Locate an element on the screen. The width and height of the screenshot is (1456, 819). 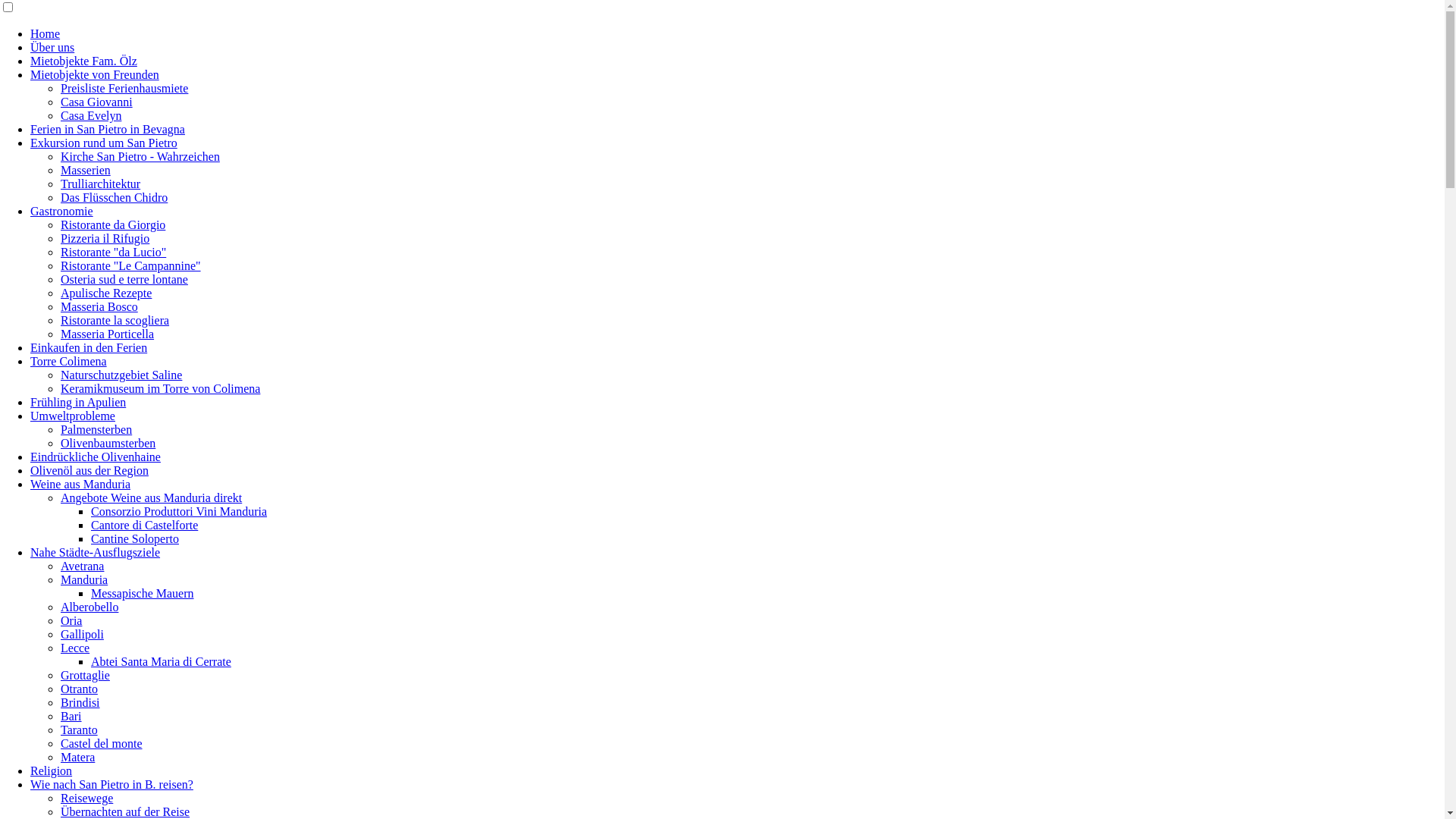
'Trulliarchitektur' is located at coordinates (61, 183).